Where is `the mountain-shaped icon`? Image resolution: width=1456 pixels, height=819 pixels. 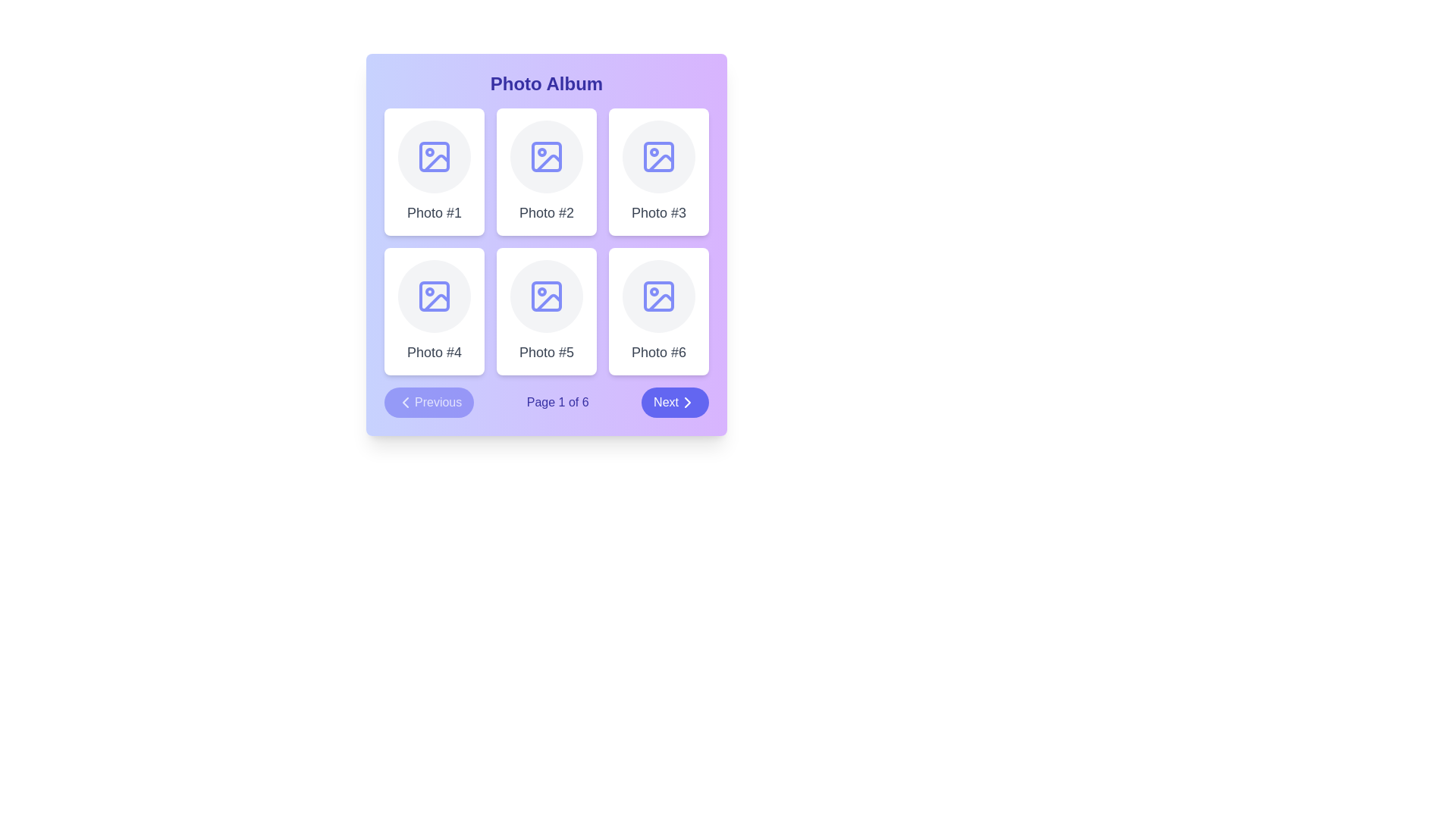
the mountain-shaped icon is located at coordinates (661, 163).